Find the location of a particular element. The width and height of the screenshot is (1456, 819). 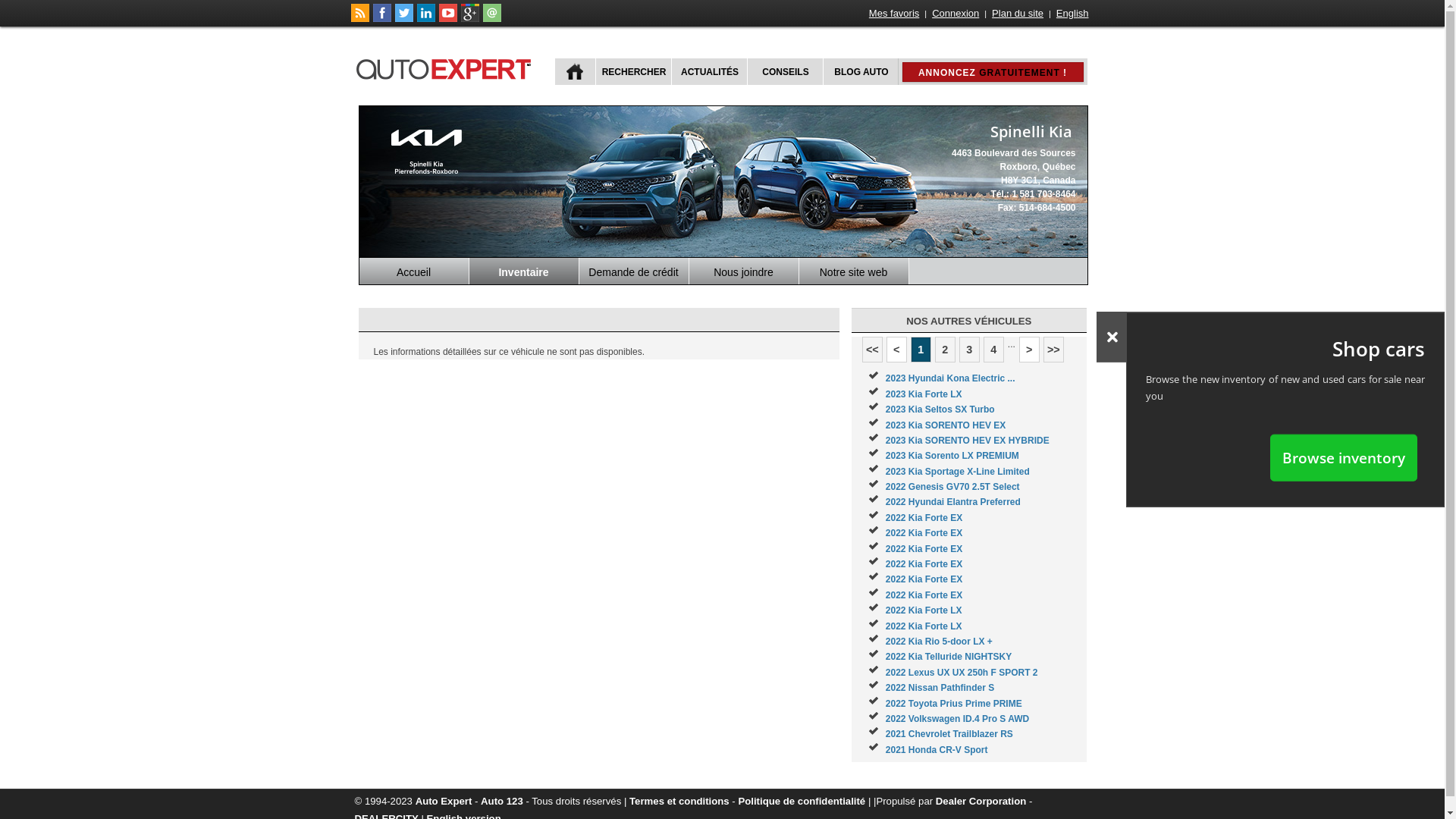

'2' is located at coordinates (944, 350).